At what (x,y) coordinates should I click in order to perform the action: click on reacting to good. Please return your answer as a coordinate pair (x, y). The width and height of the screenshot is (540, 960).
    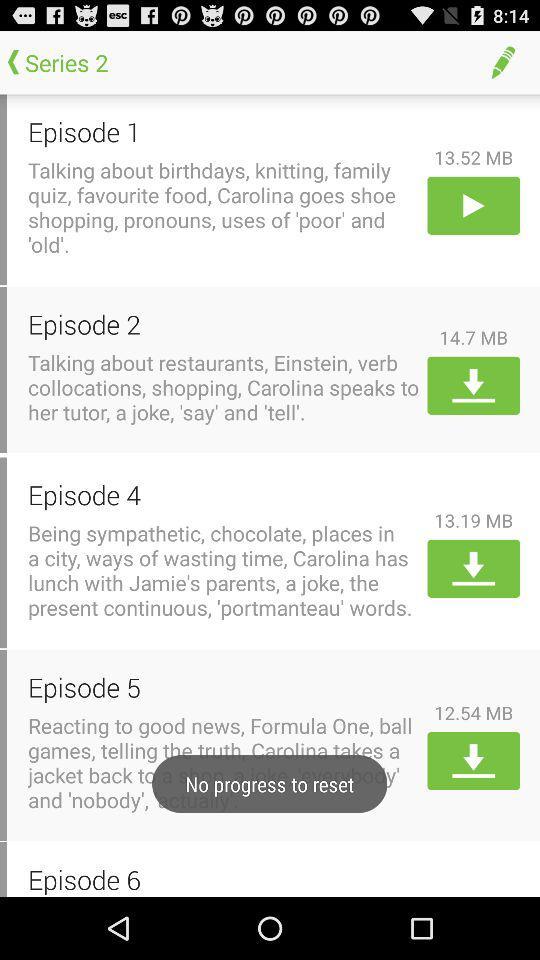
    Looking at the image, I should click on (223, 761).